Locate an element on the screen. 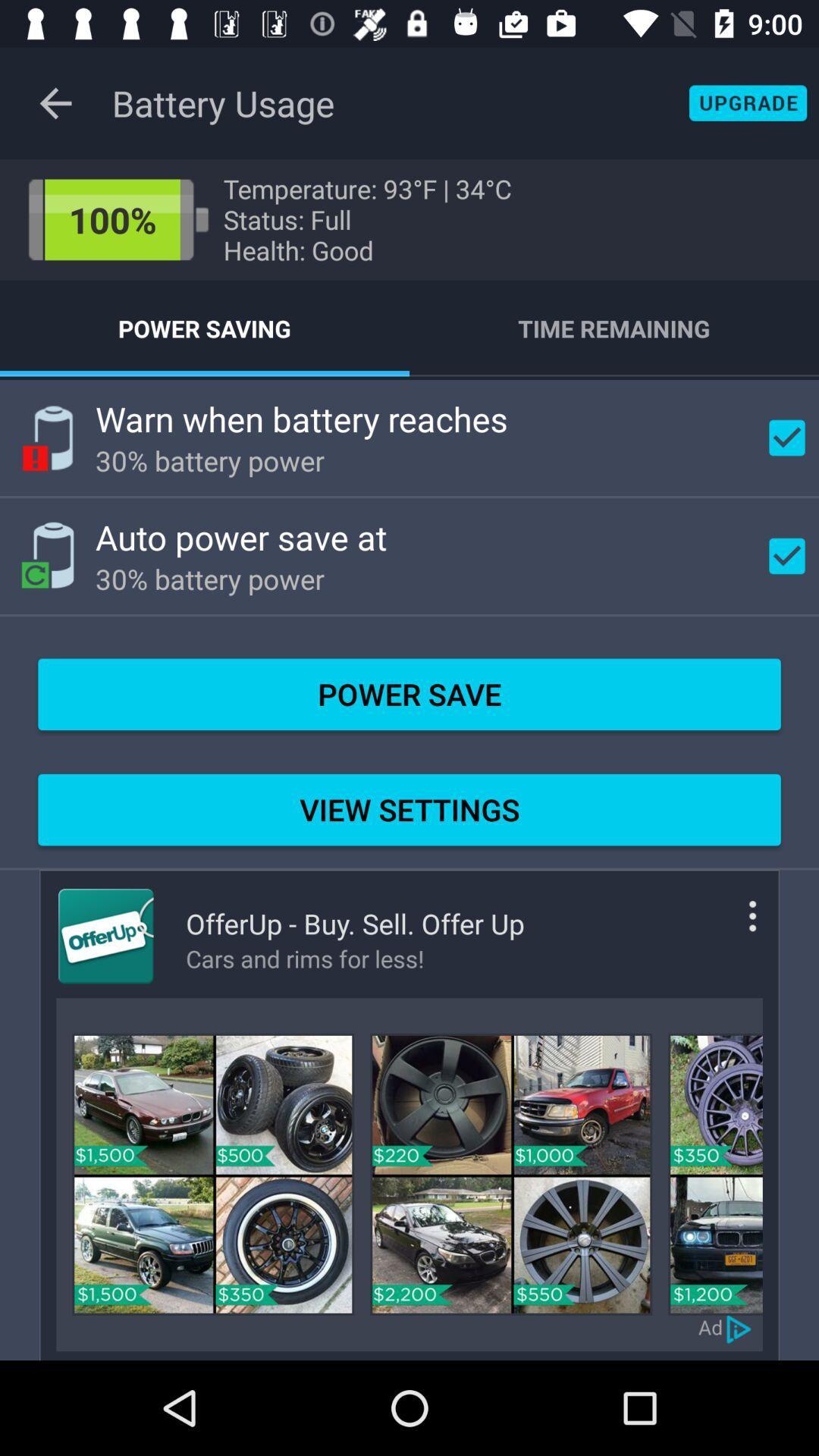 This screenshot has height=1456, width=819. the vehicle wheels is located at coordinates (213, 1173).